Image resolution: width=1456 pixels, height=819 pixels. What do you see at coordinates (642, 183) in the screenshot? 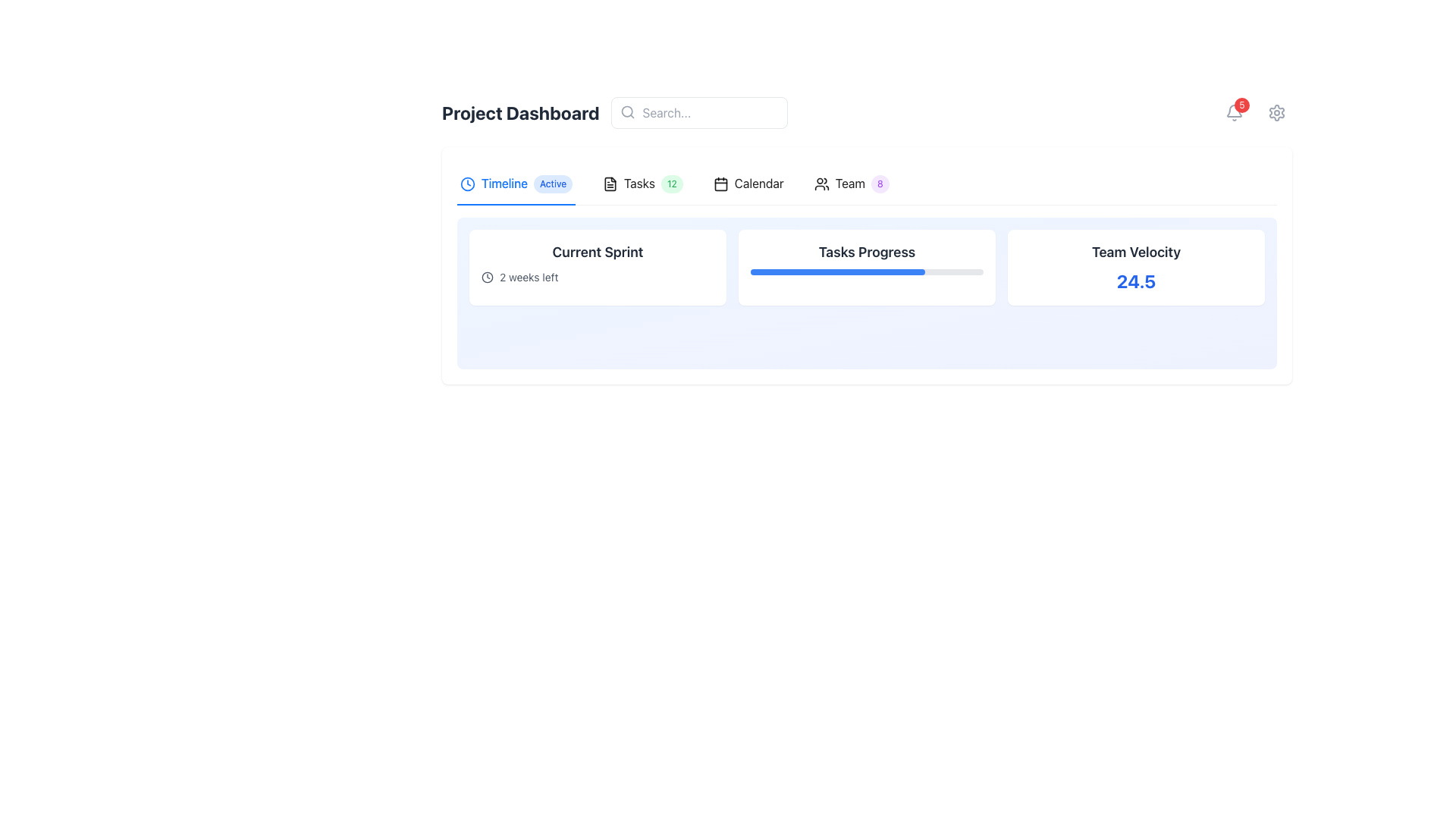
I see `the second tab navigation item with badge` at bounding box center [642, 183].